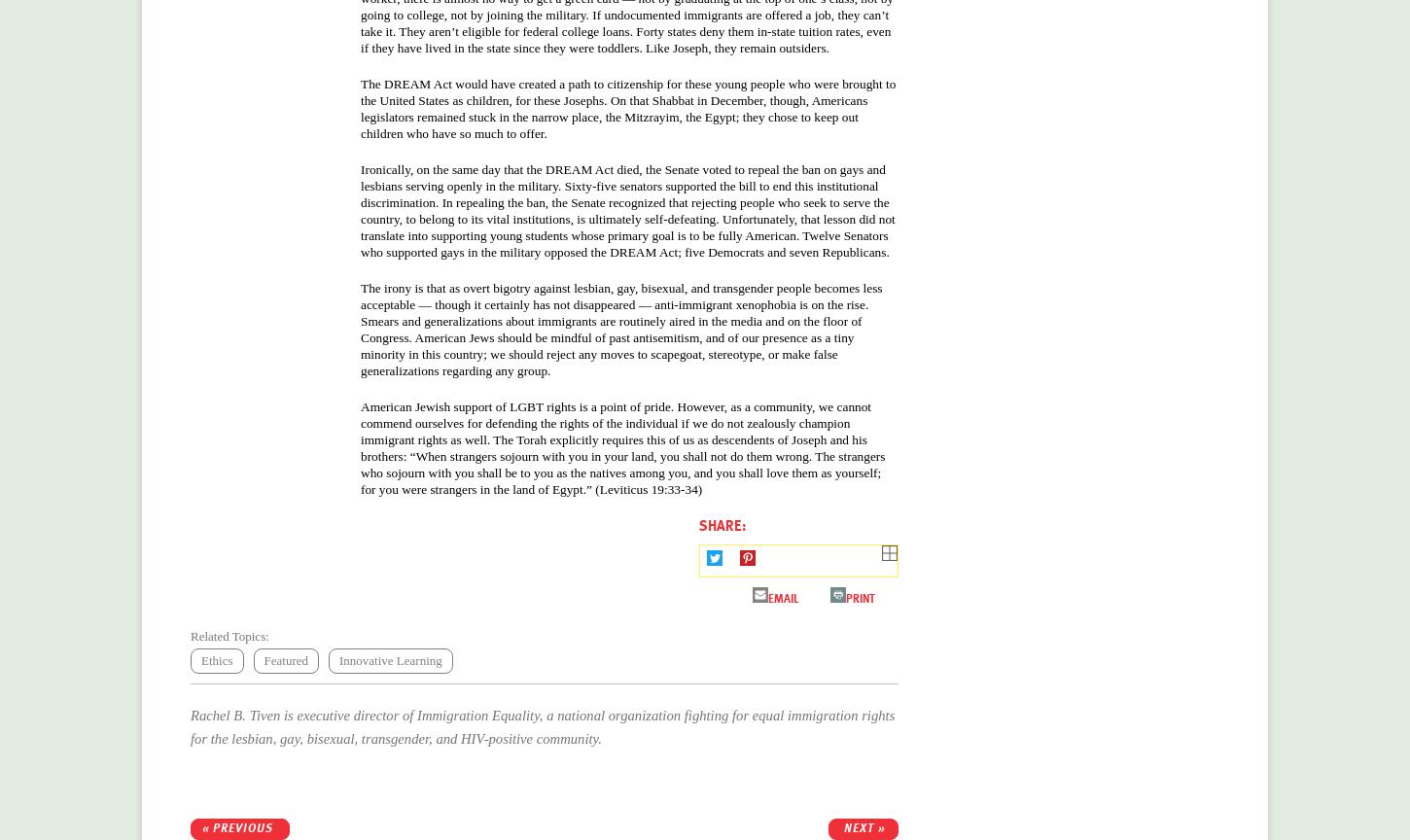 Image resolution: width=1410 pixels, height=840 pixels. I want to click on 'The irony is that as overt bigotry against lesbian, gay, bisexual, and transgender people becomes less acceptable — though it certainly has not disappeared — anti-immigrant xenophobia is on the rise. Smears and generalizations about immigrants are routinely aired in the media and on the floor of Congress. American Jews should be mindful of past antisemitism, and of our presence as a tiny minority in this country; we should reject any moves to scapegoat, stereotype, or make false generalizations regarding any group.', so click(620, 327).